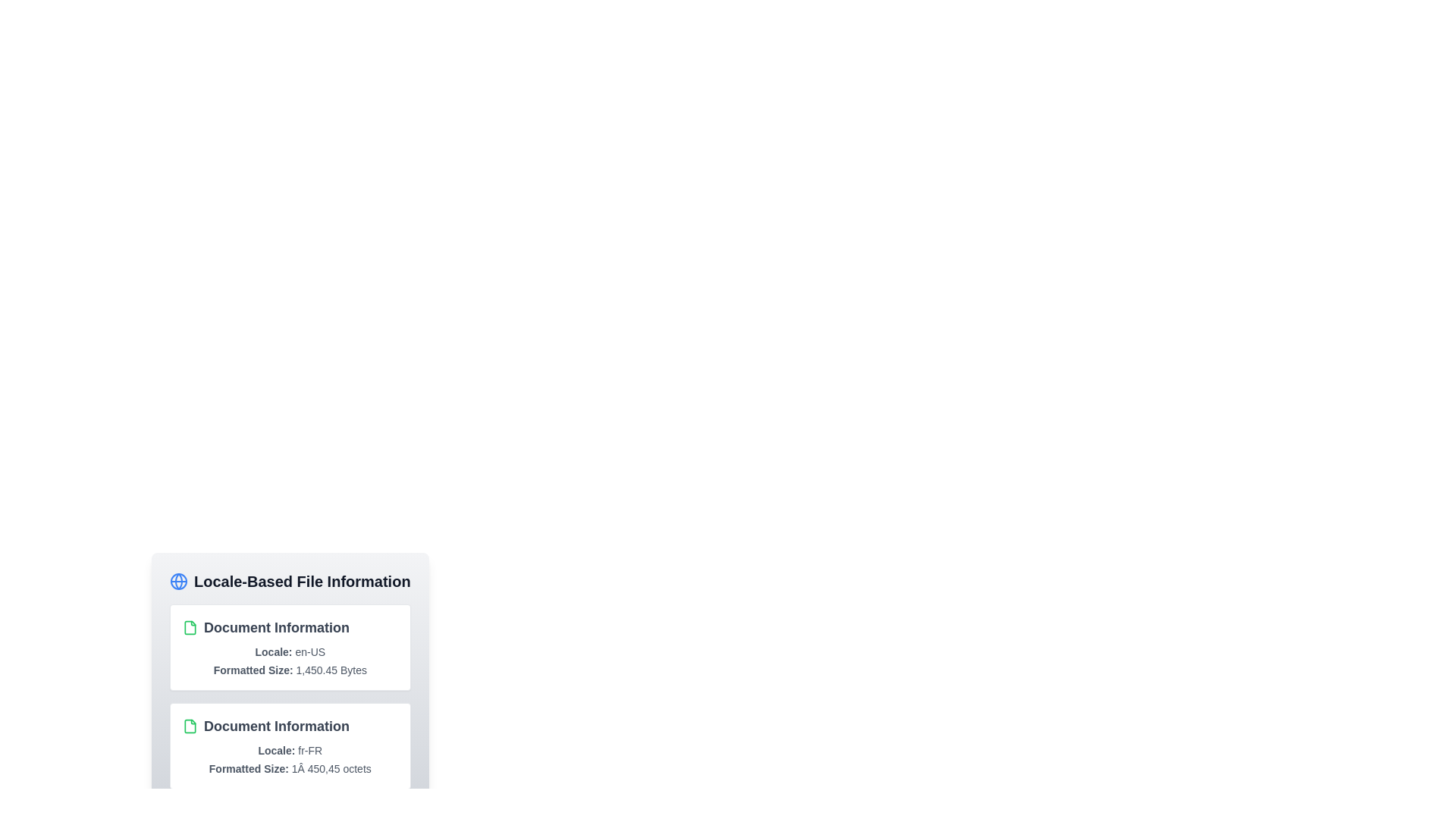 The height and width of the screenshot is (819, 1456). I want to click on the details of the green file icon with rounded corners and a folded corner located to the left of 'Document Information', so click(189, 725).